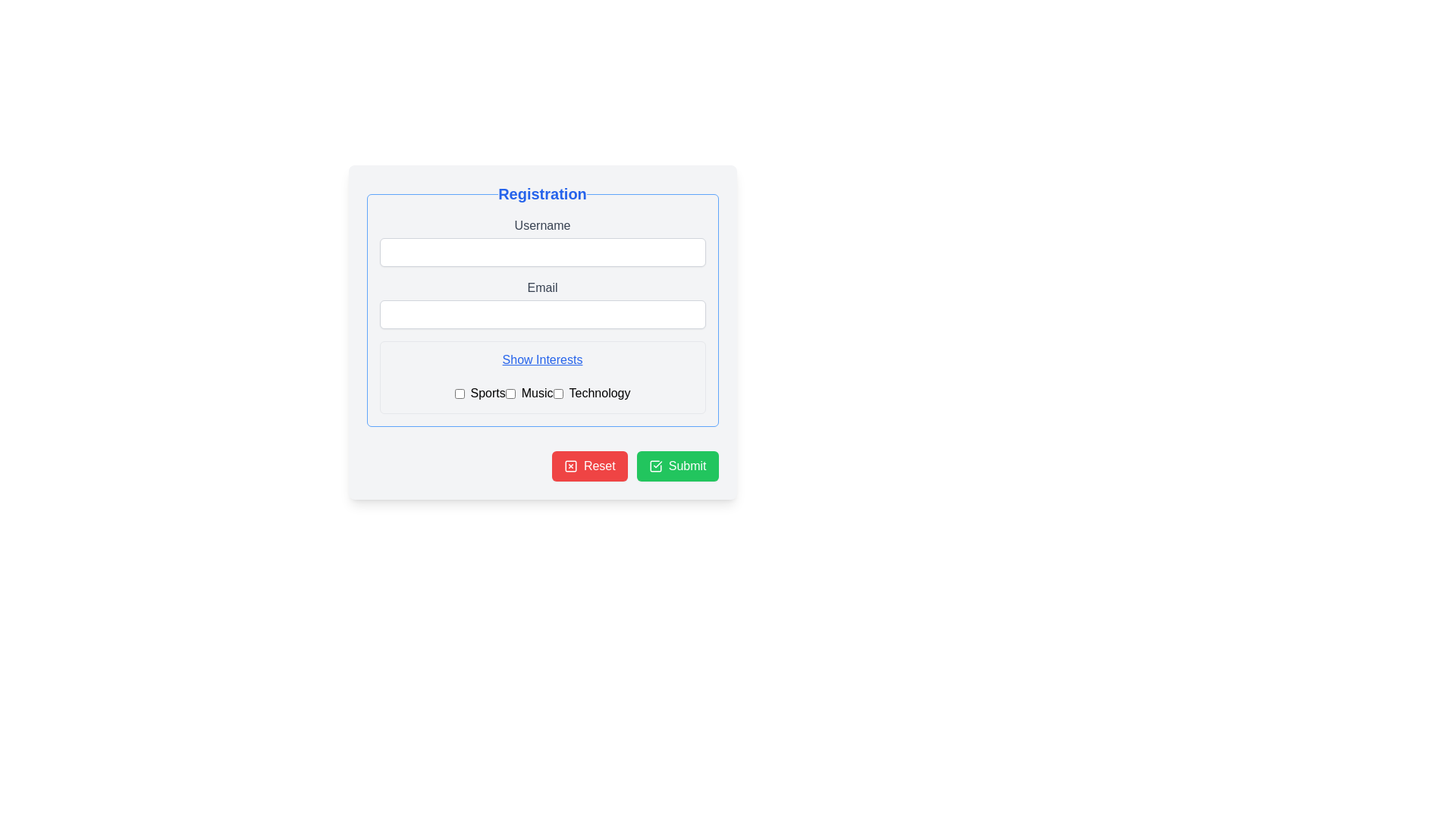  What do you see at coordinates (542, 251) in the screenshot?
I see `the username input field located within the 'Registration' section, positioned below the 'Username' label, to enable typing` at bounding box center [542, 251].